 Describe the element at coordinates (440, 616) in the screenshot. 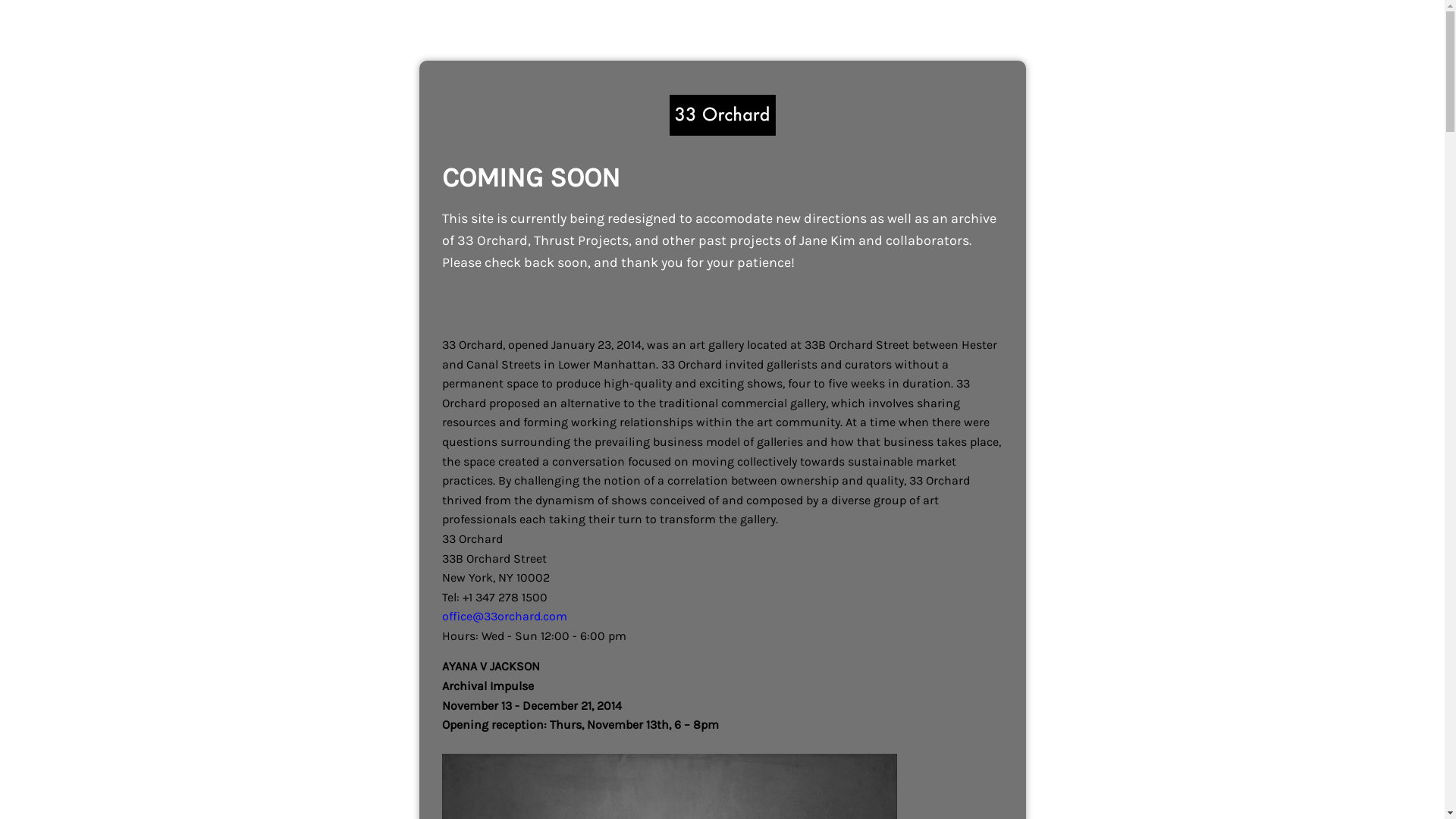

I see `'office@33orchard.com'` at that location.